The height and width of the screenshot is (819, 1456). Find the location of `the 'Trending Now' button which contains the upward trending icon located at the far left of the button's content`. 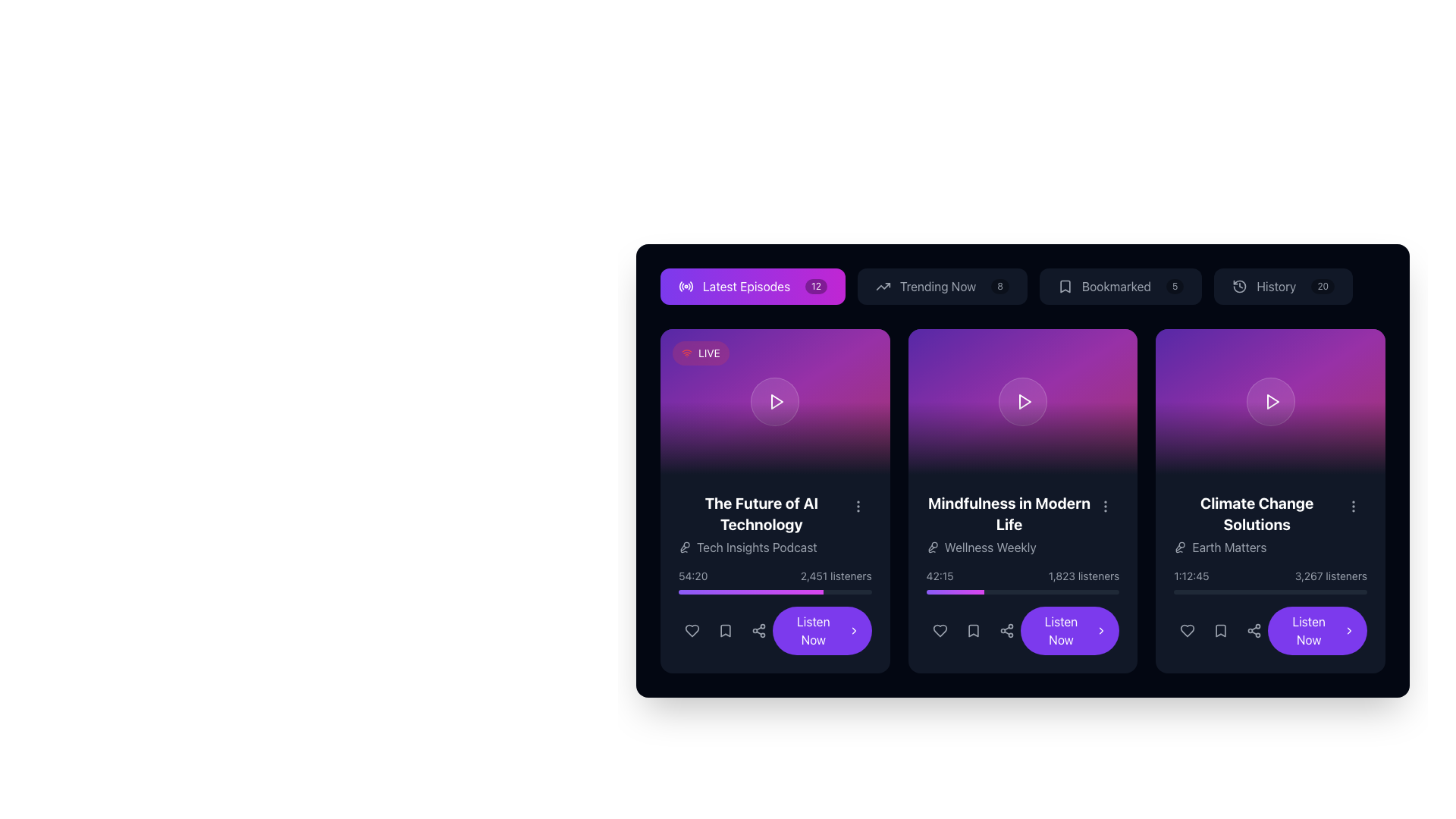

the 'Trending Now' button which contains the upward trending icon located at the far left of the button's content is located at coordinates (883, 287).